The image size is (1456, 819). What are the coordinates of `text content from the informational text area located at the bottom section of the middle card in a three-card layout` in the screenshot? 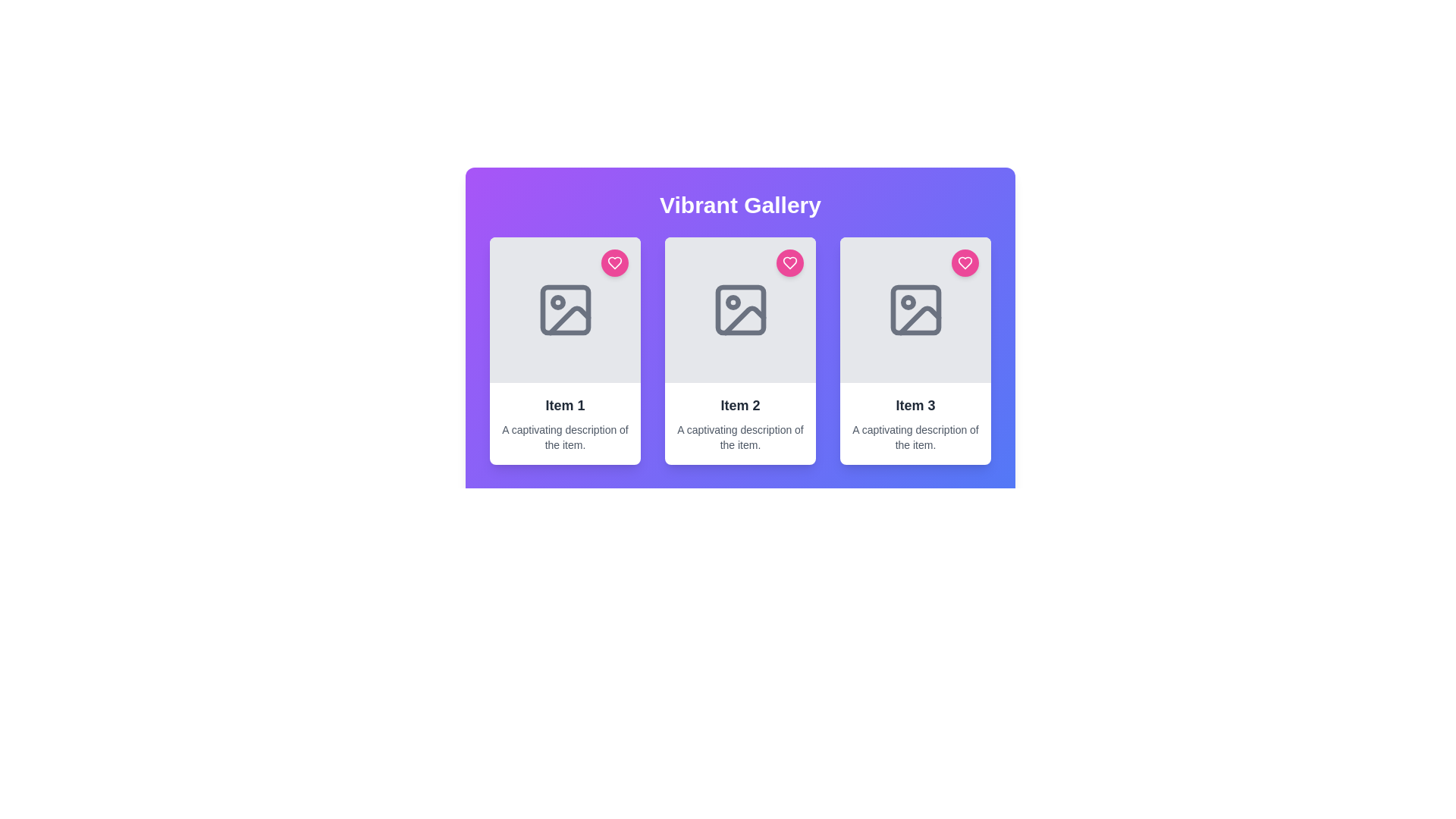 It's located at (740, 424).